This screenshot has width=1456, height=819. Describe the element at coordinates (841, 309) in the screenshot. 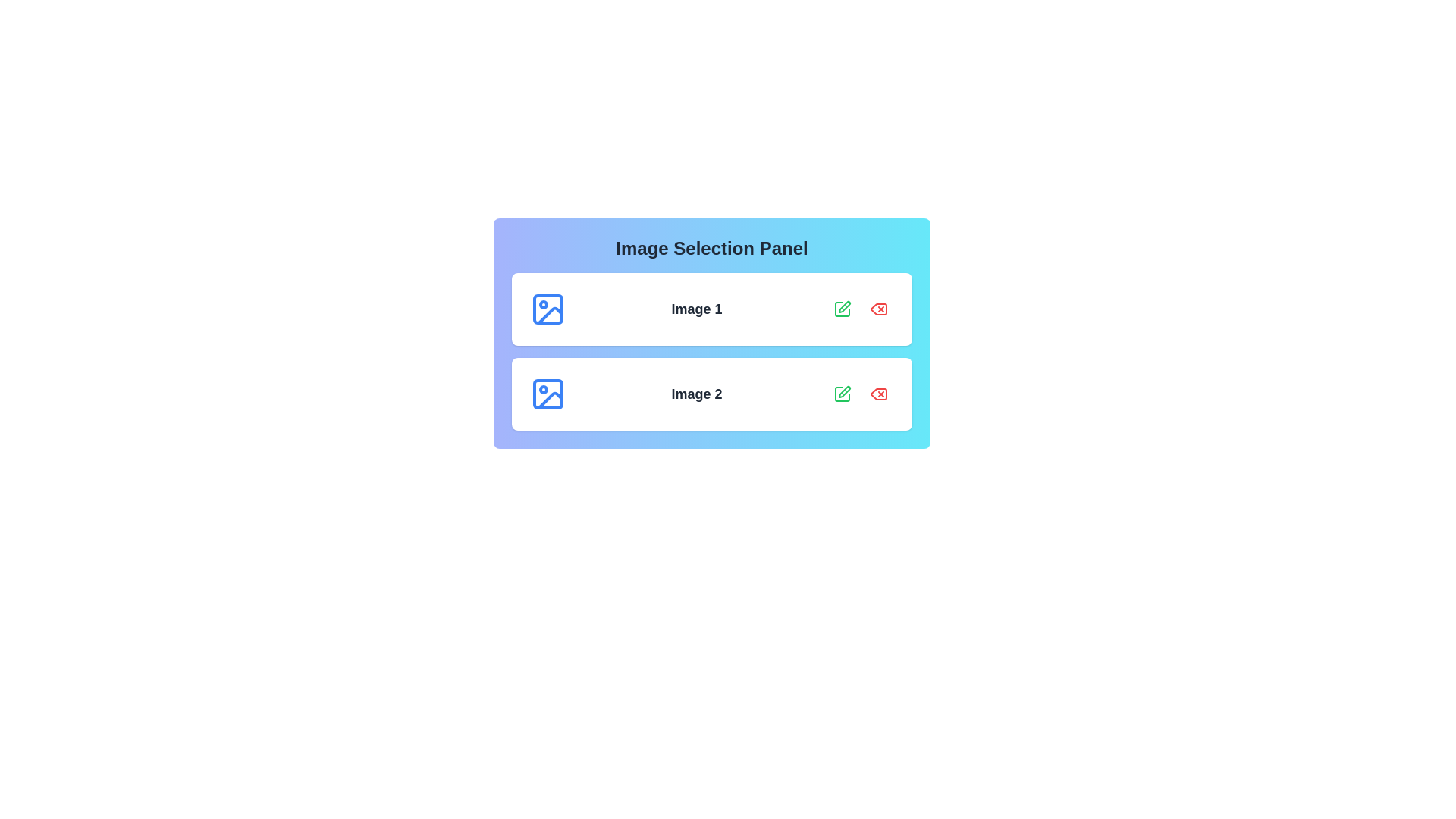

I see `the green circular pen icon located at the rightmost side of the row for 'Image 1'` at that location.